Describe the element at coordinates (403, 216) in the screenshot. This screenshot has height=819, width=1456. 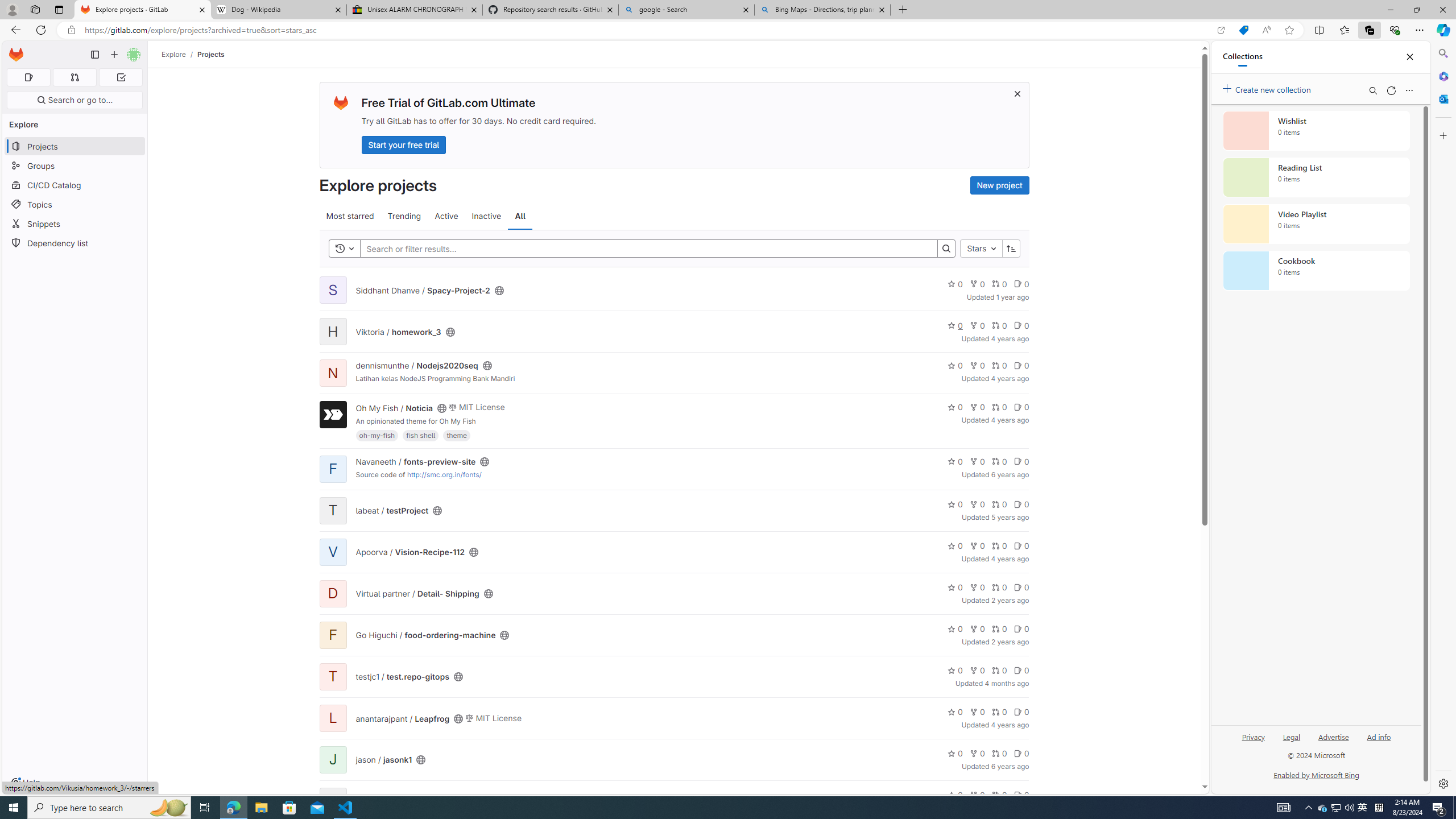
I see `'Trending'` at that location.